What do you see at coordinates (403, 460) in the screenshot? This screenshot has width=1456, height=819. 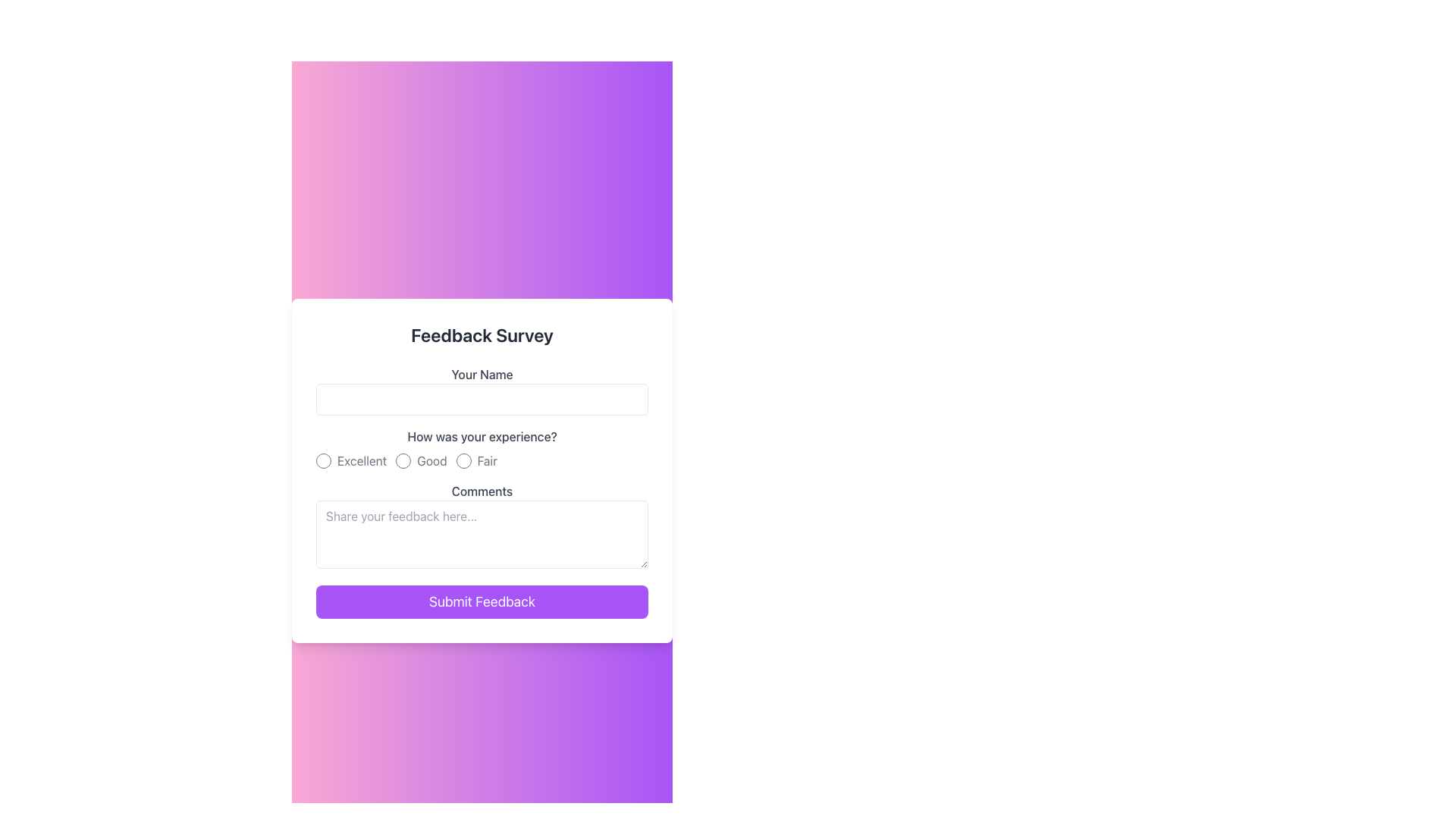 I see `the second radio button labeled 'Good'` at bounding box center [403, 460].